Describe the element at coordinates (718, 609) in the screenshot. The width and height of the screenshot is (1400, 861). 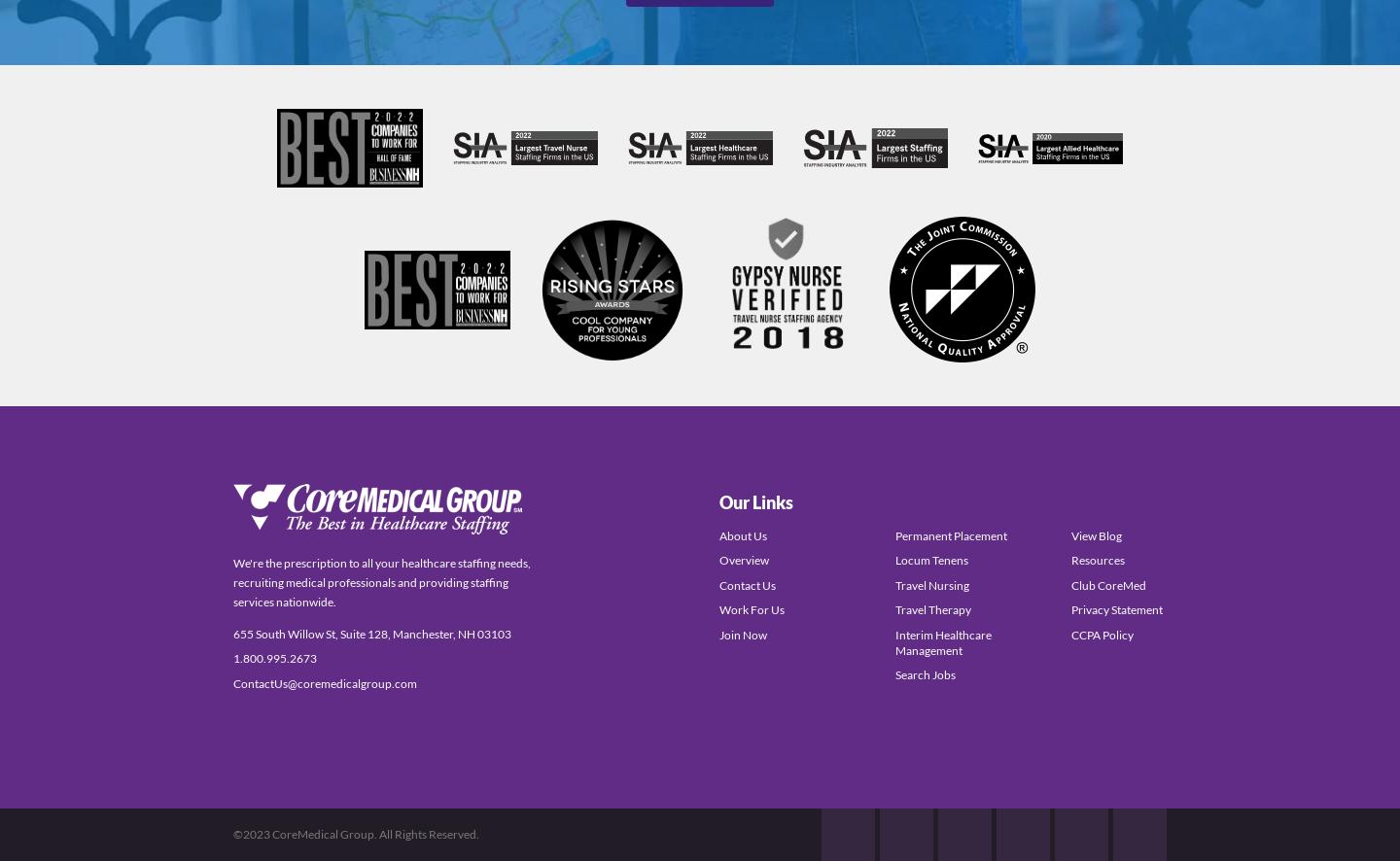
I see `'Work For Us'` at that location.